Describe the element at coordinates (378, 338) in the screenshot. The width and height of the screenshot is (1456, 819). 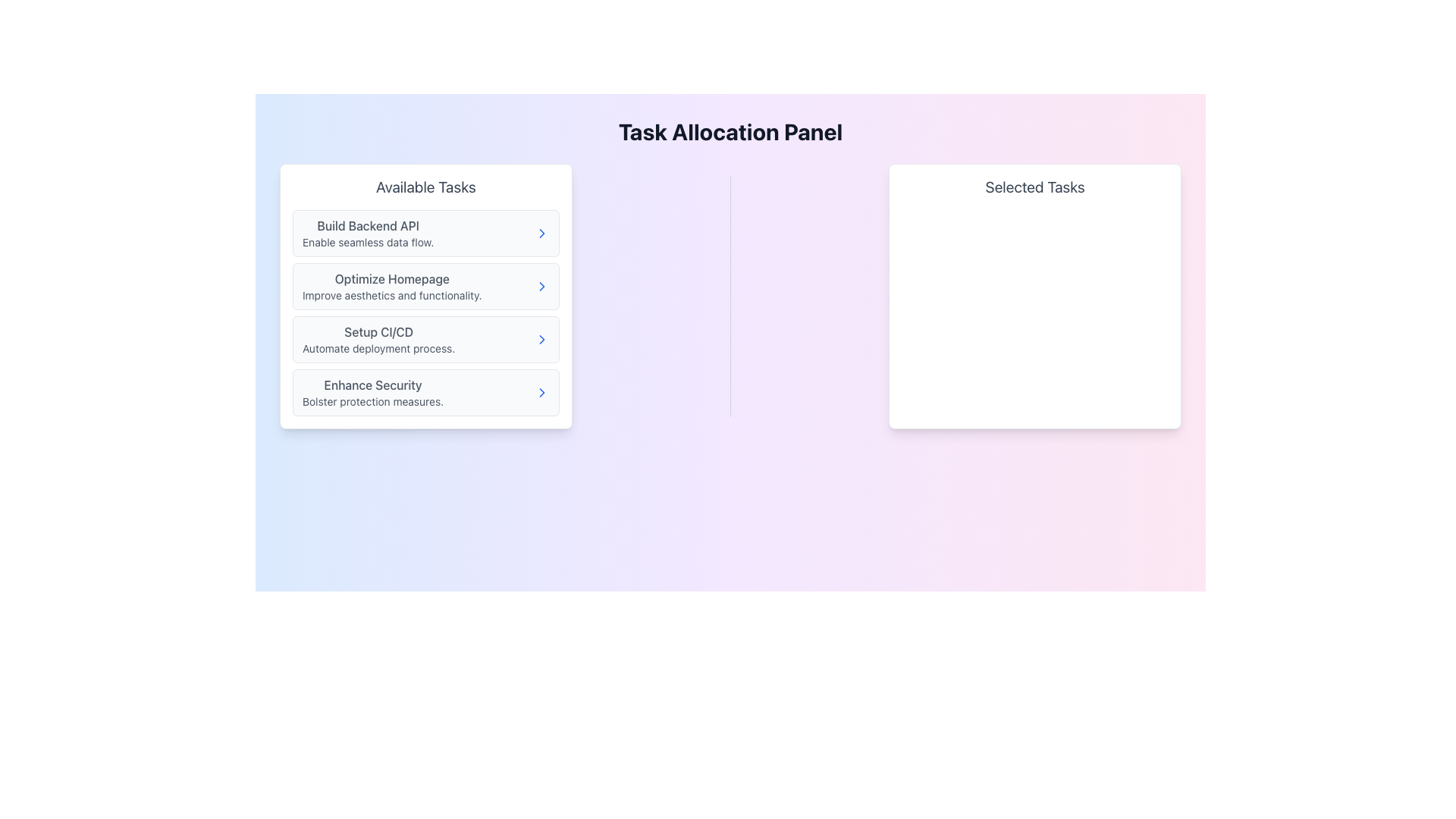
I see `the 'Setup CI/CD' text element in the 'Available Tasks' section` at that location.